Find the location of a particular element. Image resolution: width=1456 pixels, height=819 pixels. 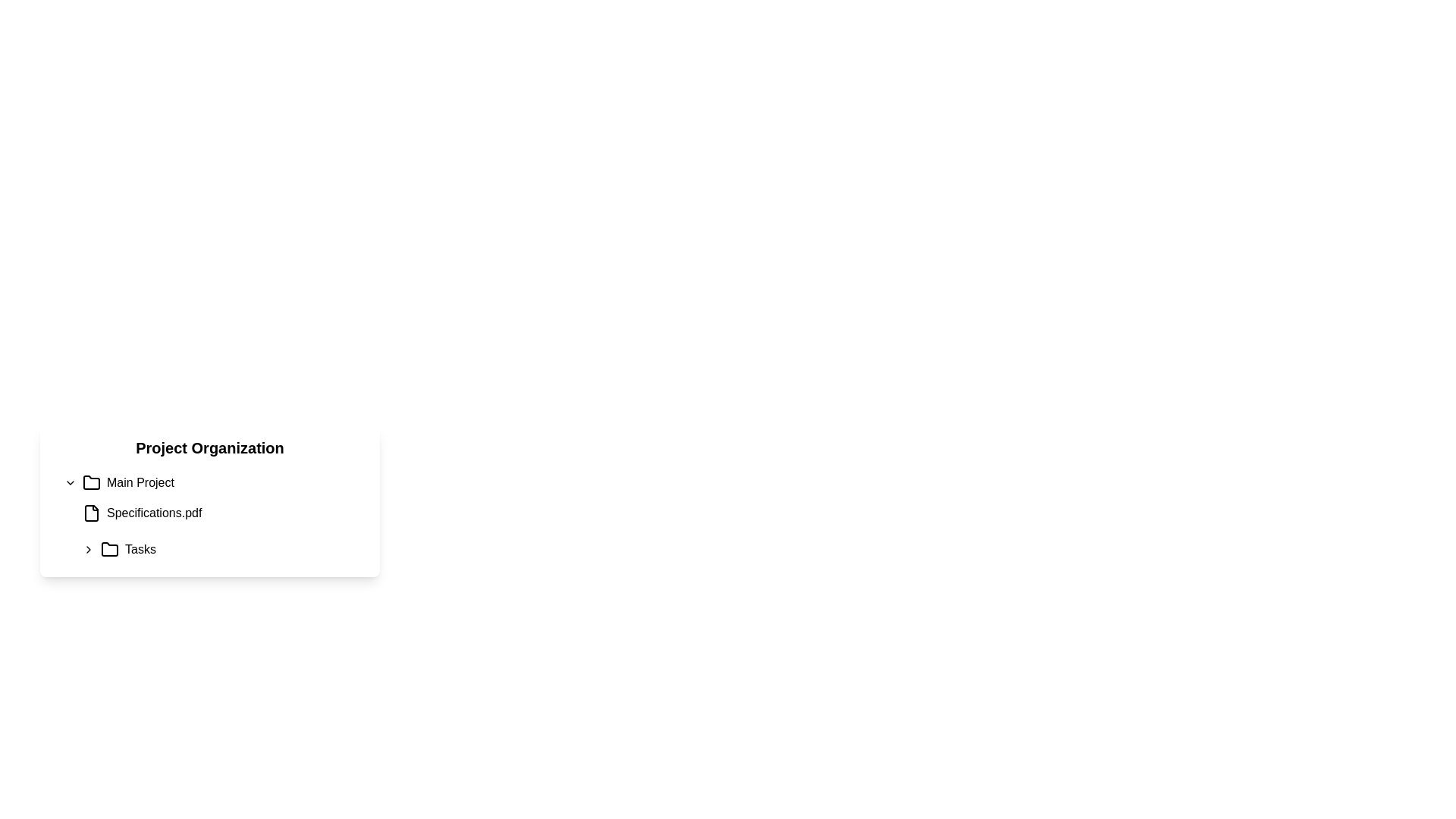

the folder icon, which is a minimalist graphic with a black outline on a white background, located to the left of the 'Main Project' label in the Project Organization section is located at coordinates (90, 482).